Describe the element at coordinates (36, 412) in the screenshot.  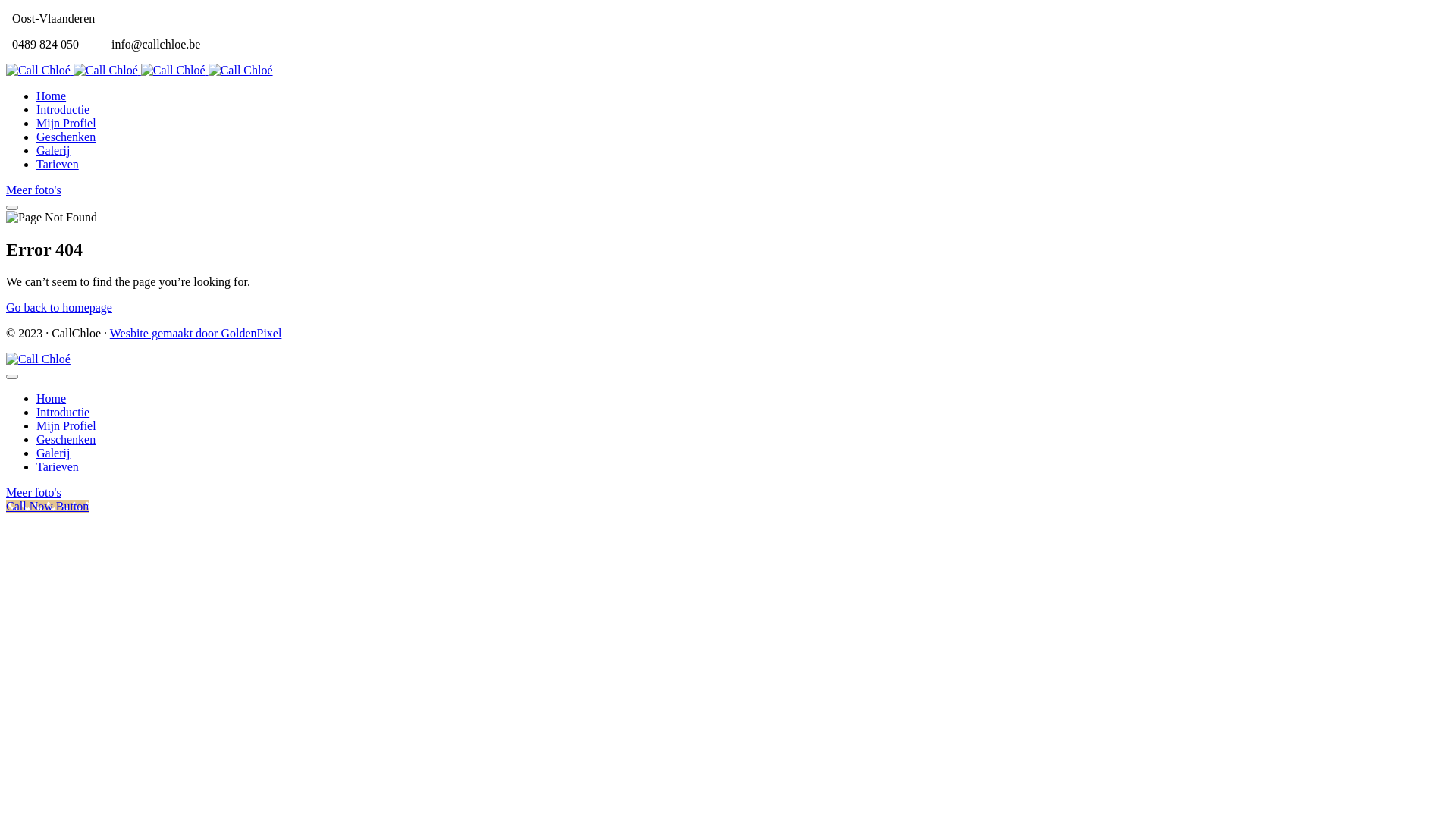
I see `'Introductie'` at that location.